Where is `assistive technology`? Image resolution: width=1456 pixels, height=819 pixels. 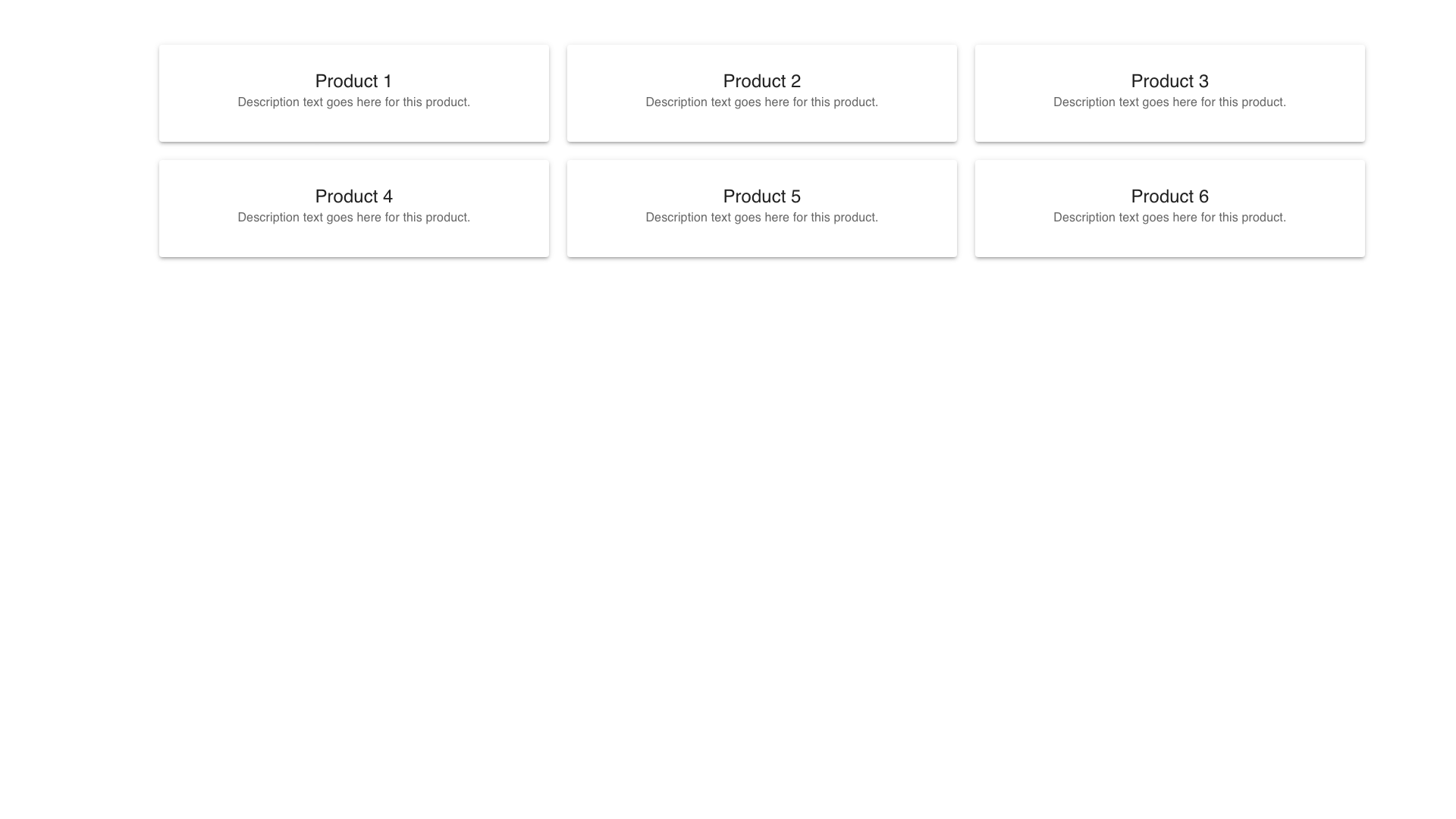
assistive technology is located at coordinates (761, 81).